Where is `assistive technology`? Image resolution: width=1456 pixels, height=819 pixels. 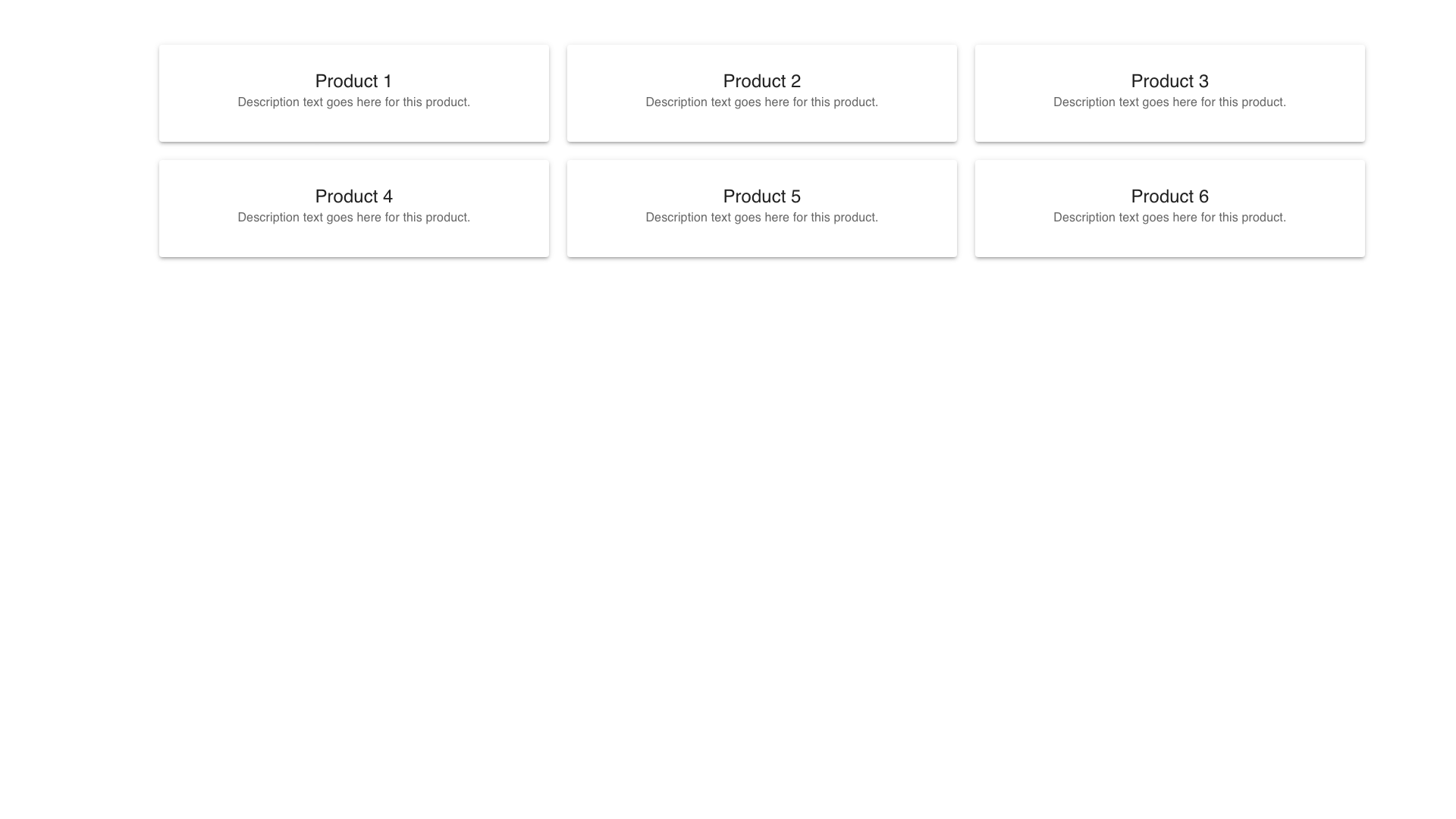
assistive technology is located at coordinates (761, 81).